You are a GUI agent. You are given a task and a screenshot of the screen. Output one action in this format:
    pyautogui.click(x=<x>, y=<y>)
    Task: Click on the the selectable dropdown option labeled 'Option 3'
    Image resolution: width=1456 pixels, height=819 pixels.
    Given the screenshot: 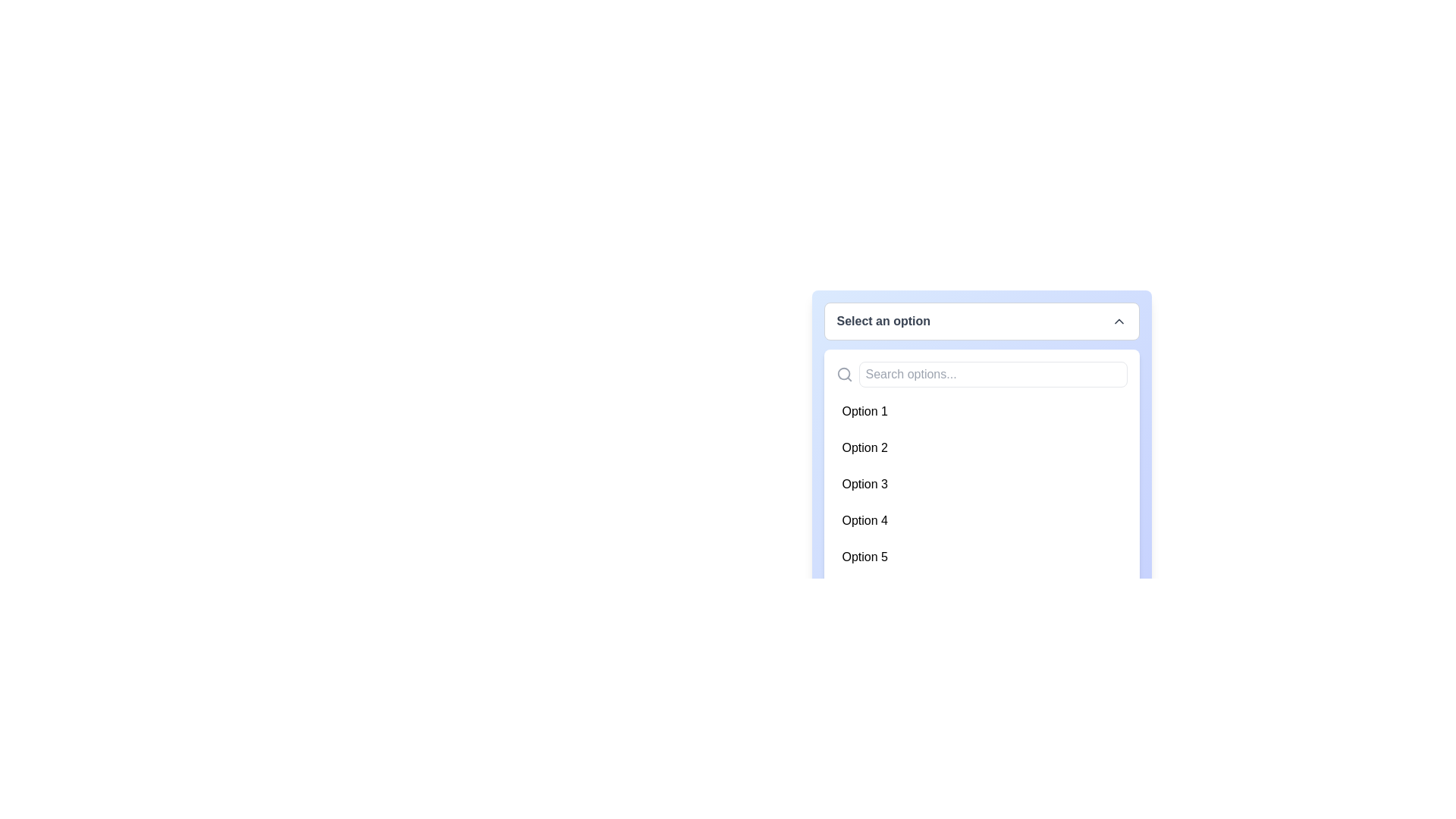 What is the action you would take?
    pyautogui.click(x=981, y=485)
    